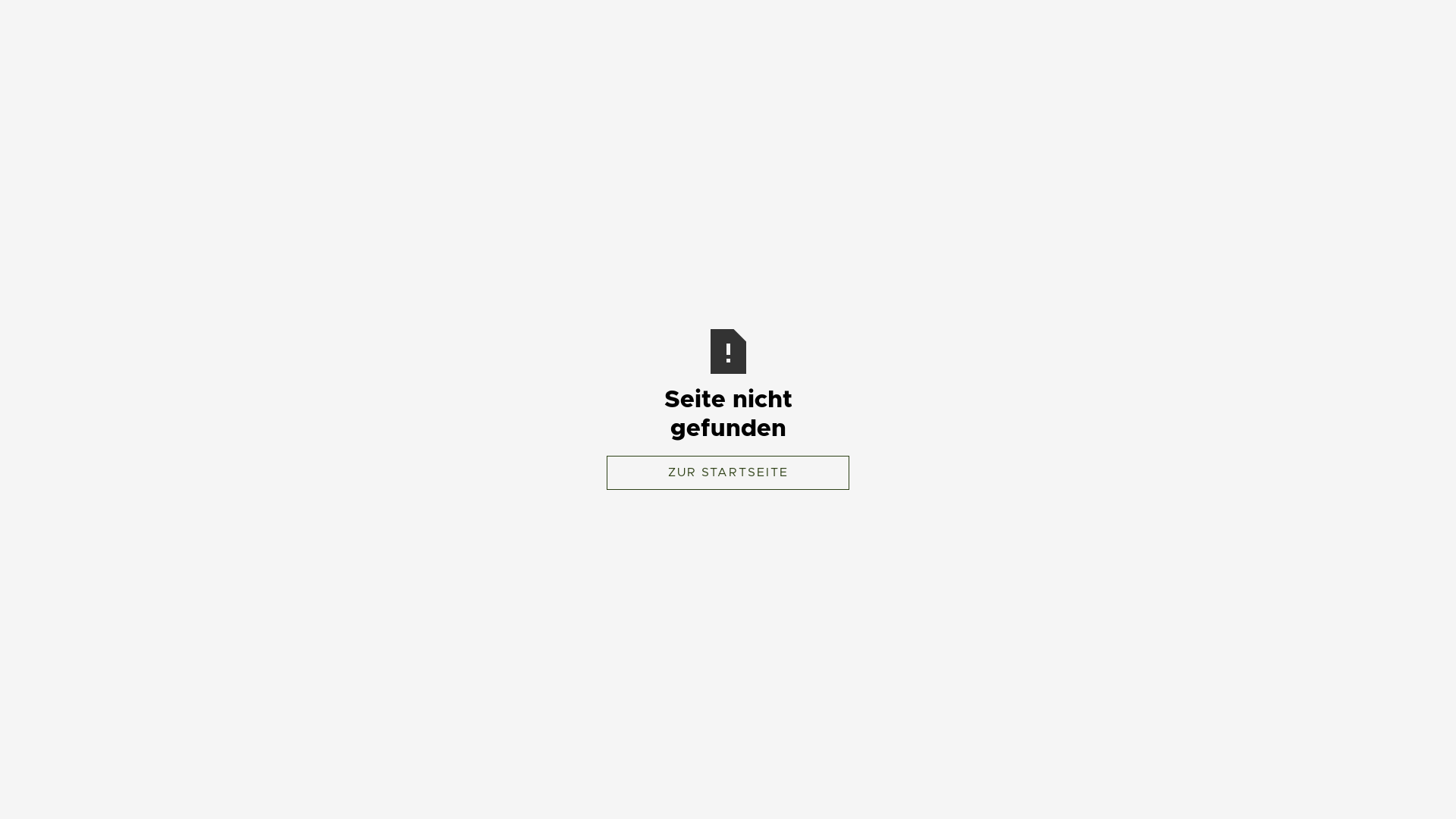  I want to click on 'ZUR STARTSEITE', so click(728, 472).